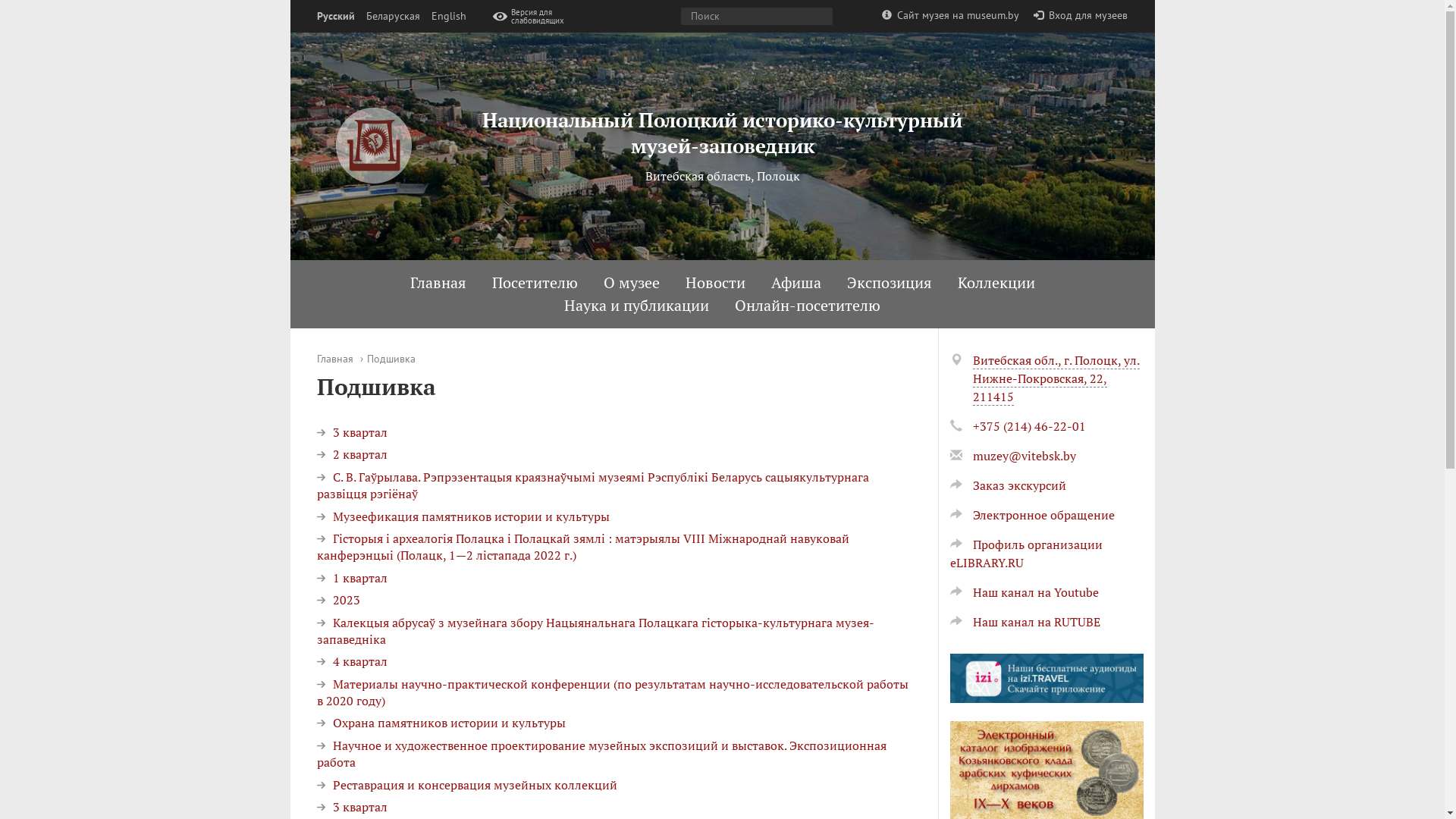 Image resolution: width=1456 pixels, height=819 pixels. What do you see at coordinates (447, 16) in the screenshot?
I see `'English'` at bounding box center [447, 16].